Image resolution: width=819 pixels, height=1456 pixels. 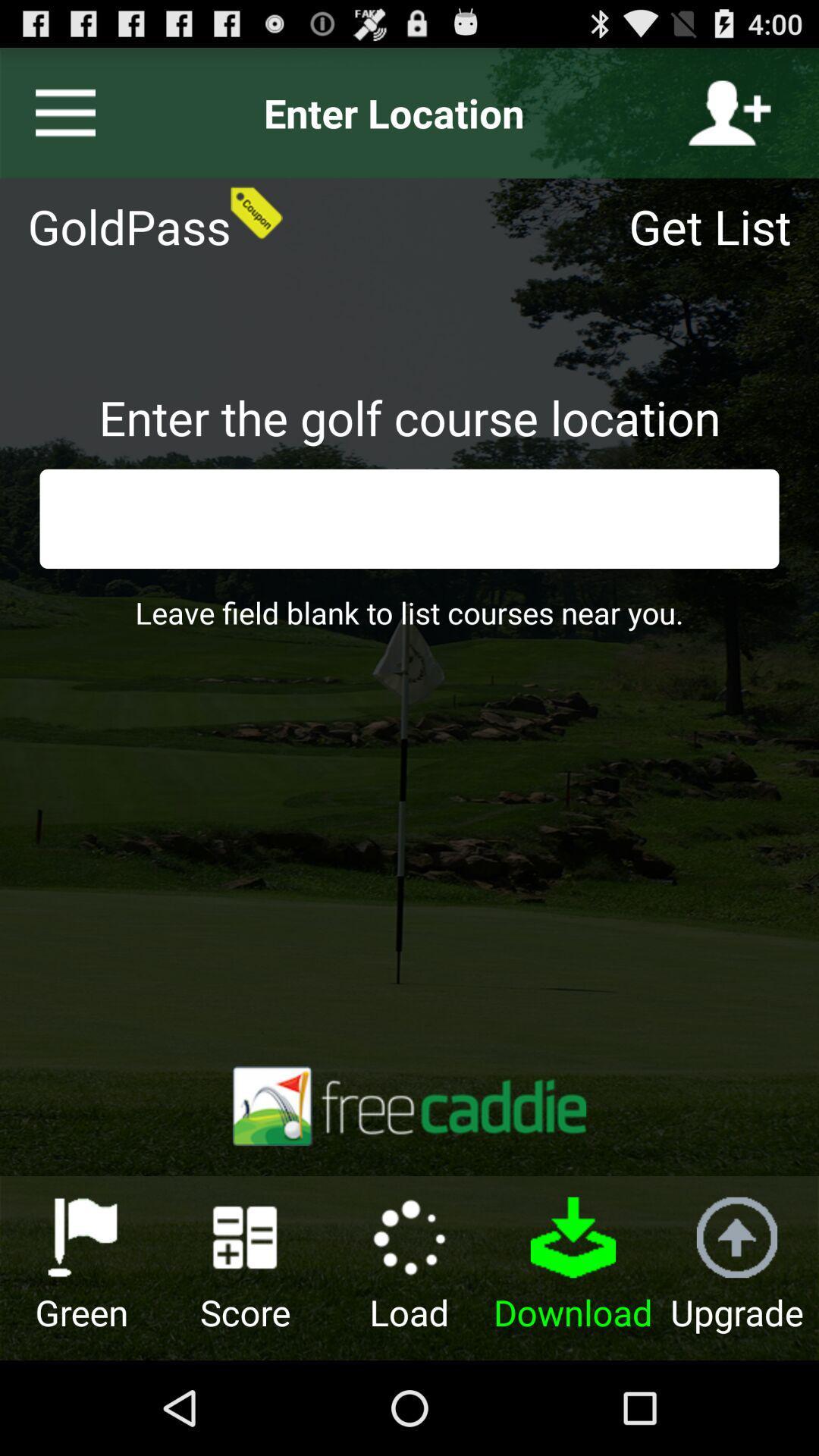 I want to click on the follow icon, so click(x=729, y=120).